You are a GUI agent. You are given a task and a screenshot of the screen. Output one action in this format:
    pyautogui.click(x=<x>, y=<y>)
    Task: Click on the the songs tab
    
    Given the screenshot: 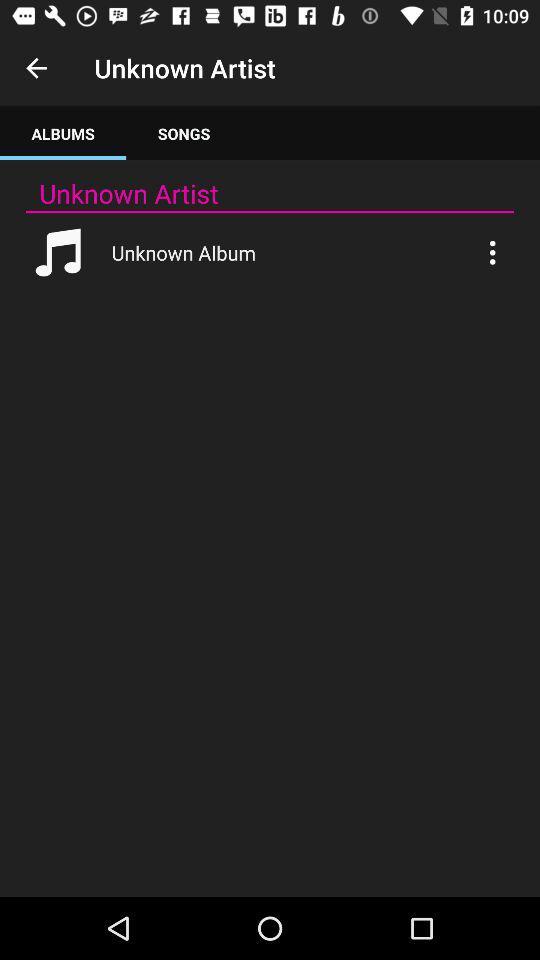 What is the action you would take?
    pyautogui.click(x=183, y=133)
    